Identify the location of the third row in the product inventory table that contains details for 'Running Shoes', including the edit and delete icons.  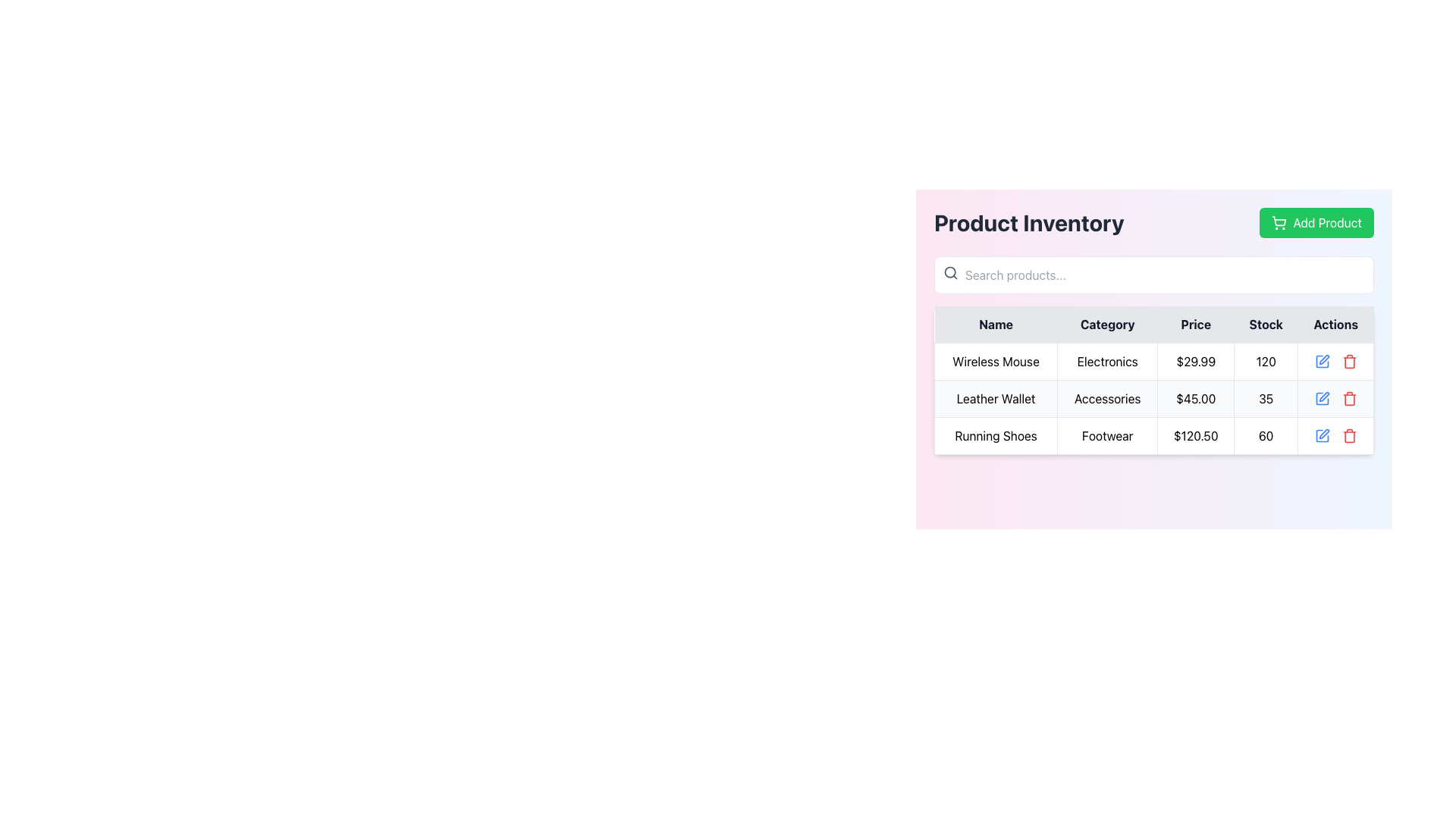
(1153, 435).